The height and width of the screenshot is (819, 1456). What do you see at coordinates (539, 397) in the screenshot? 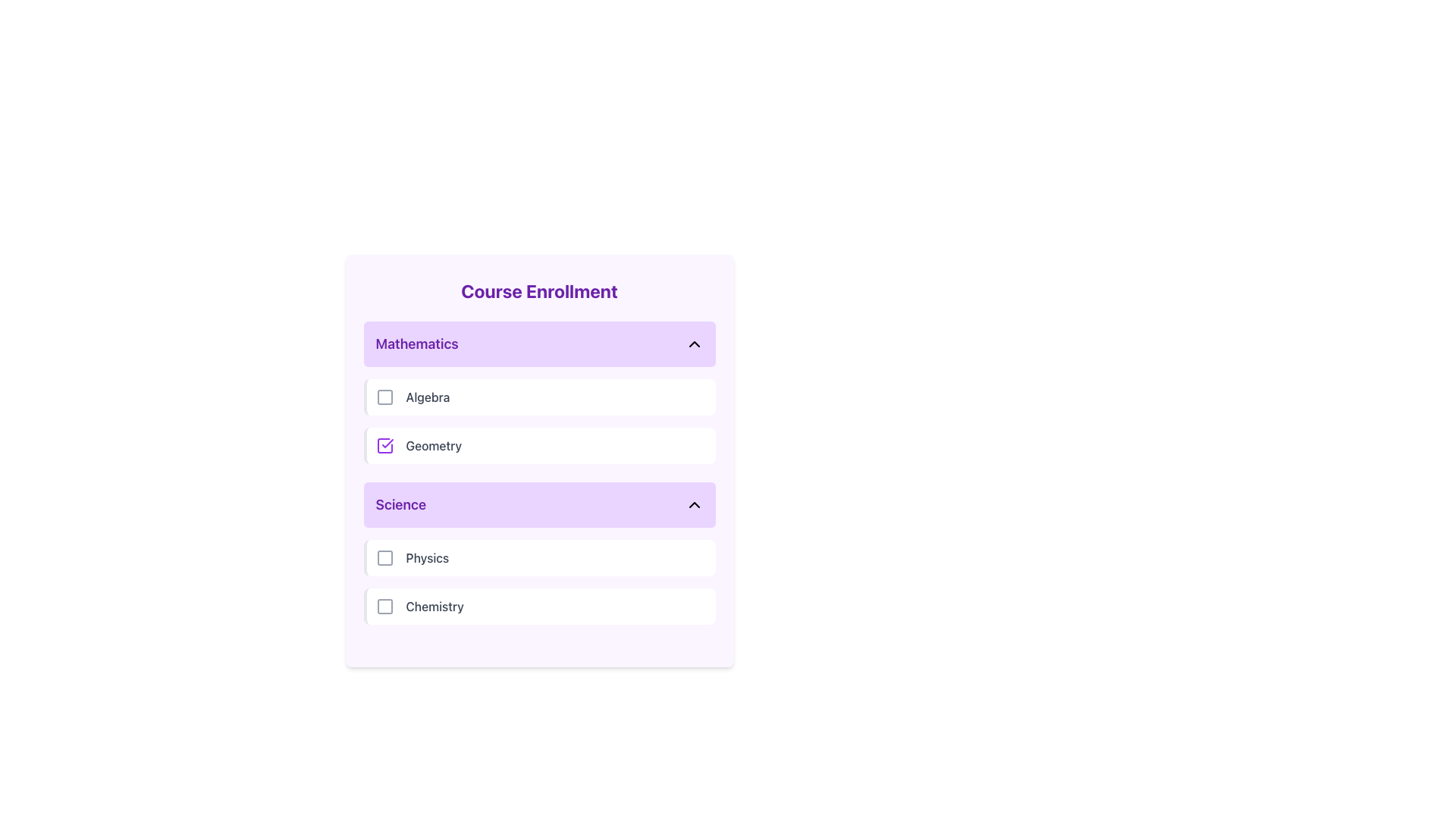
I see `the first selectable list item labeled 'Algebra' in the Mathematics section, which has a checkbox on the left` at bounding box center [539, 397].